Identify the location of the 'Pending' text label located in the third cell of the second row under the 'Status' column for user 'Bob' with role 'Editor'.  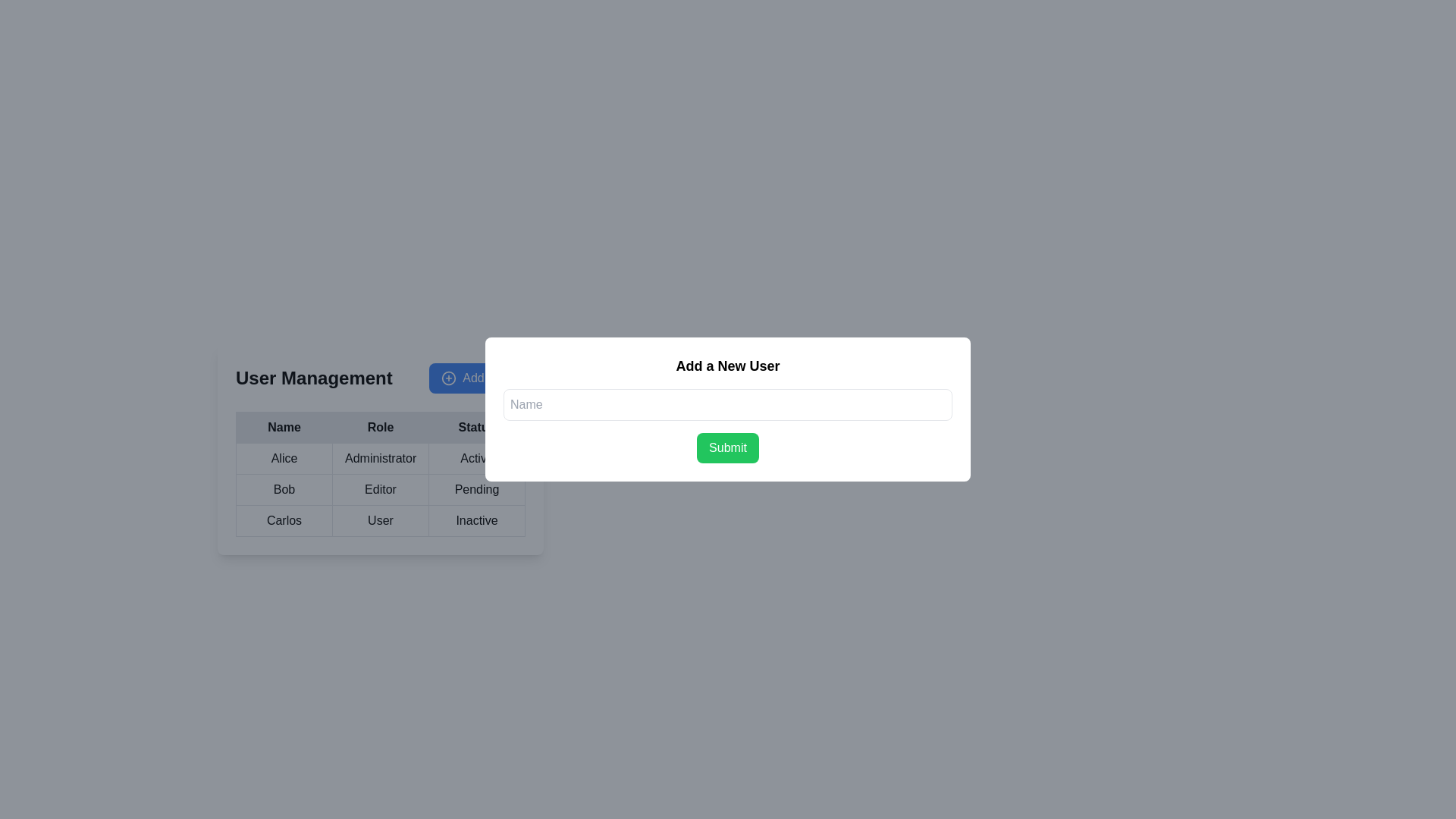
(475, 489).